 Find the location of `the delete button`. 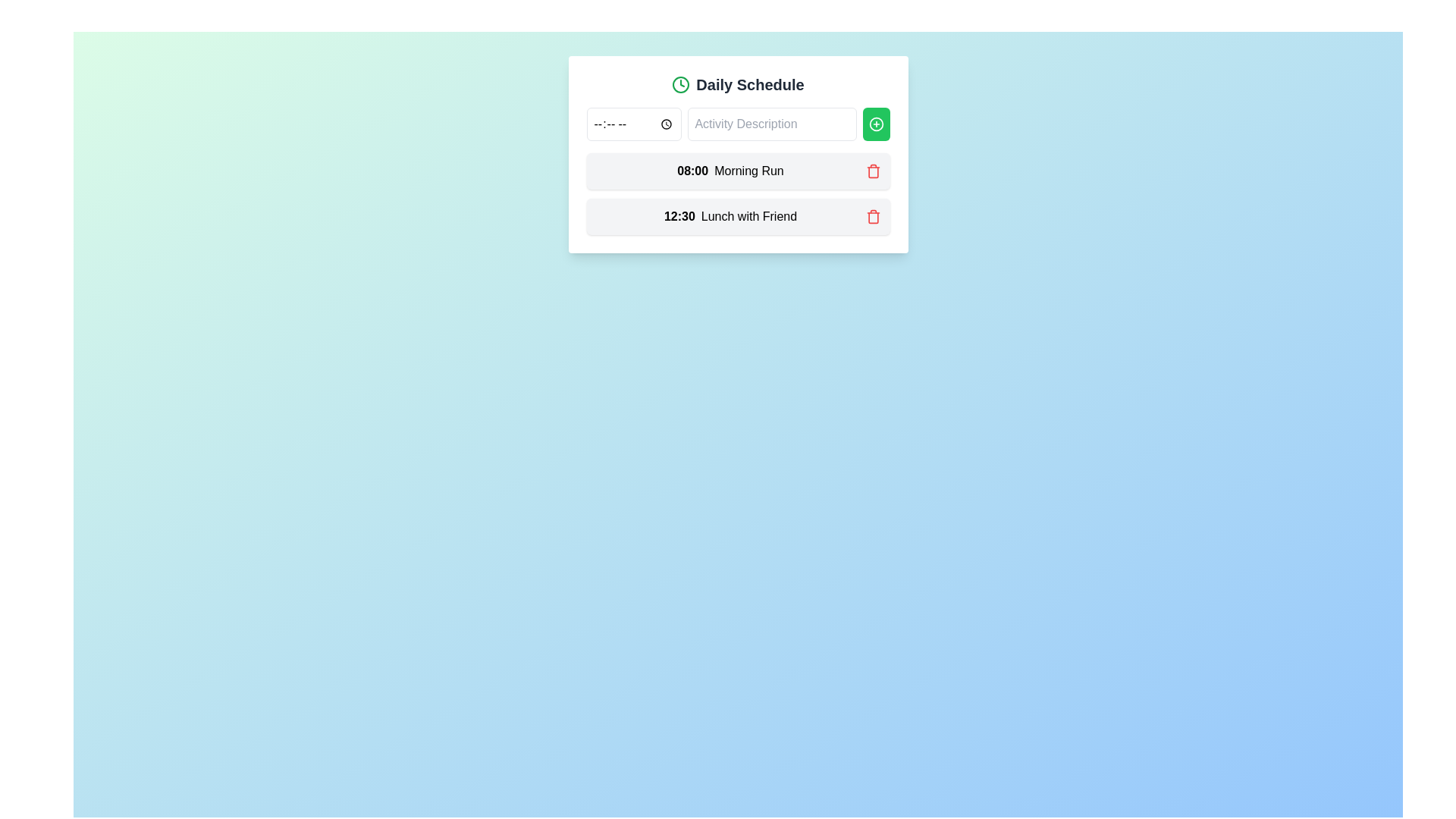

the delete button is located at coordinates (873, 216).